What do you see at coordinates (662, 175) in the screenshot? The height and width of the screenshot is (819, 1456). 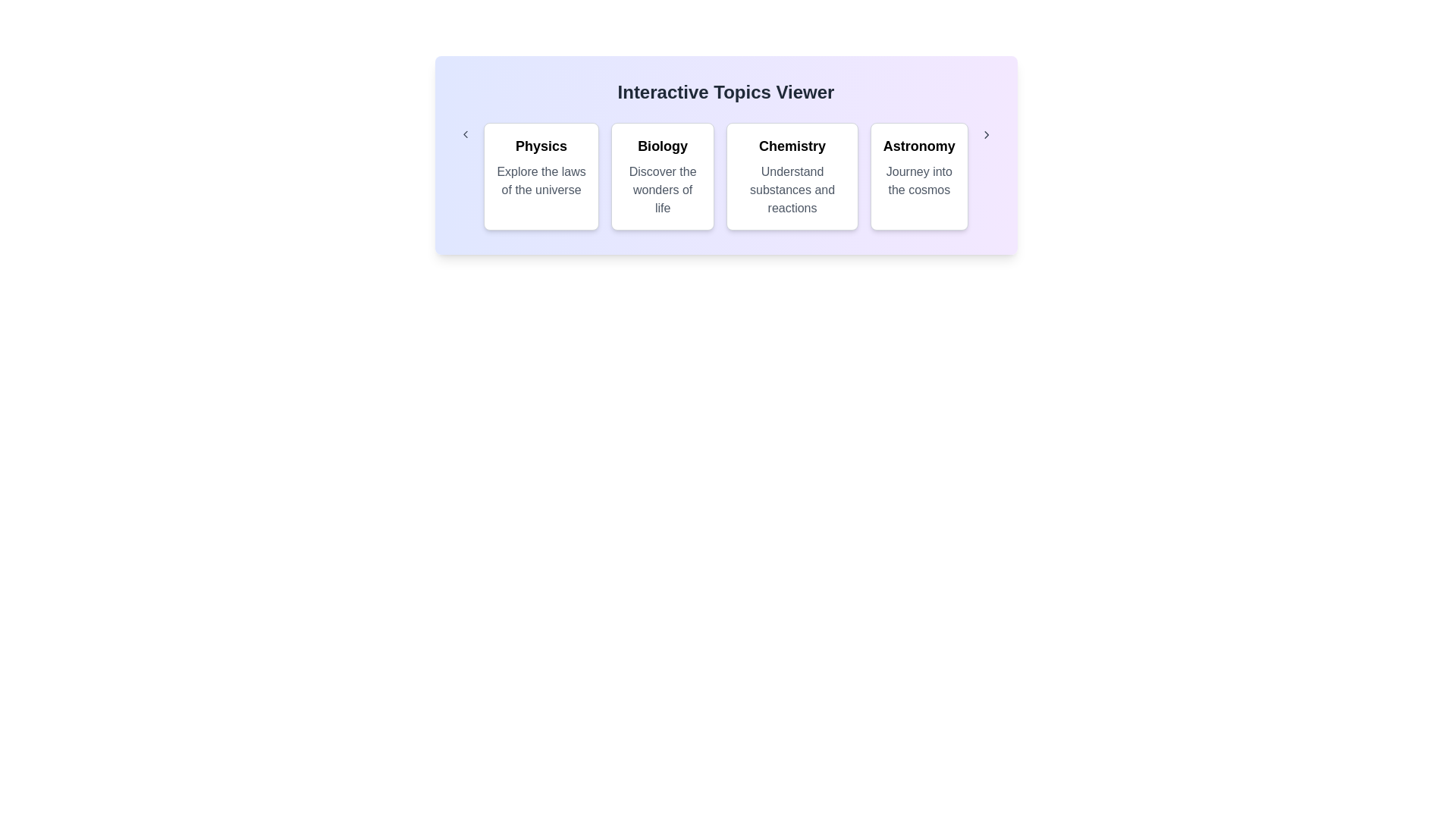 I see `the category Biology to observe the hover effect` at bounding box center [662, 175].